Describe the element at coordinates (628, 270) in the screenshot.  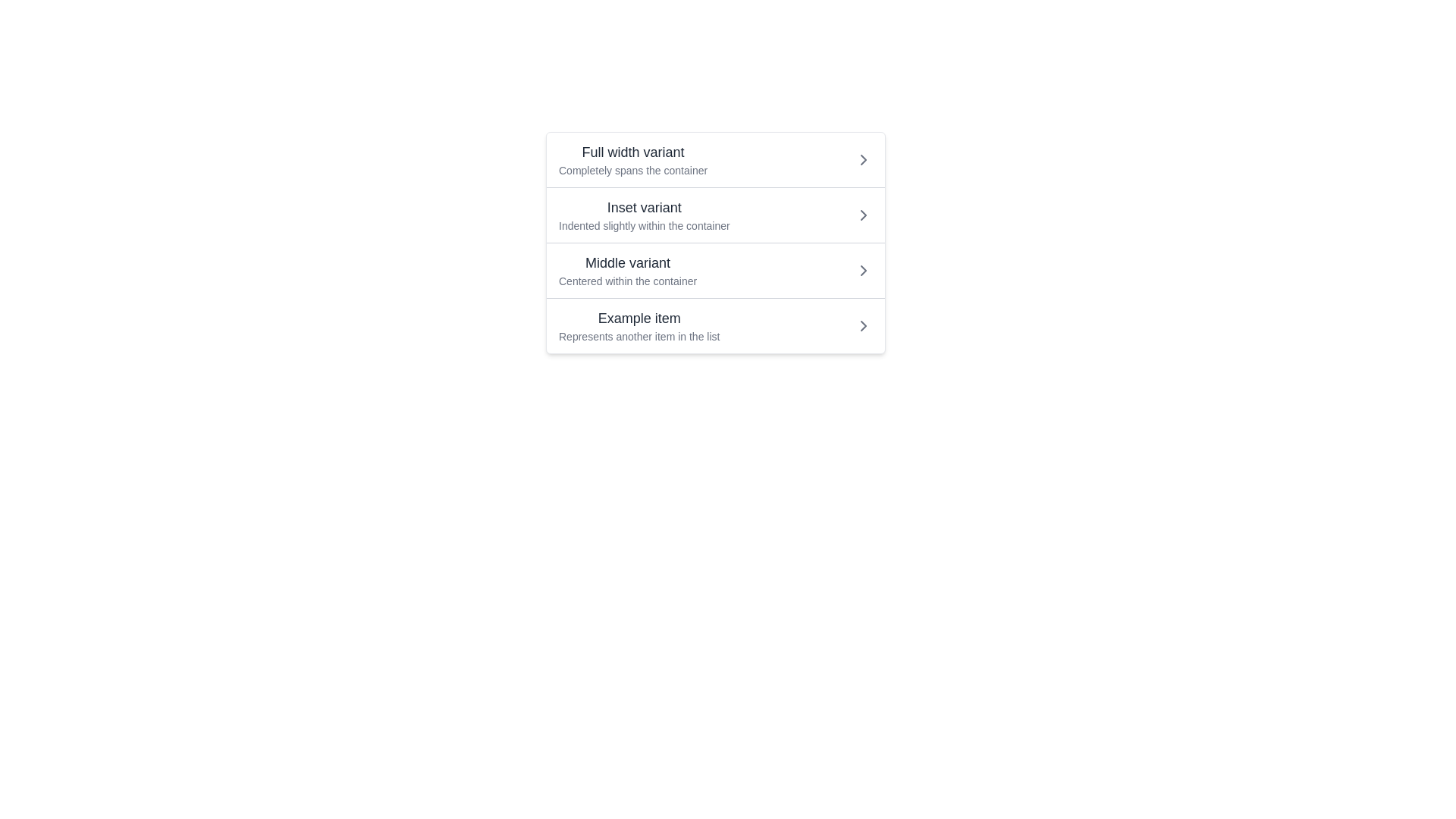
I see `the third list item labeled 'Middle variant' which has a prominent bold title and a smaller subtitle` at that location.